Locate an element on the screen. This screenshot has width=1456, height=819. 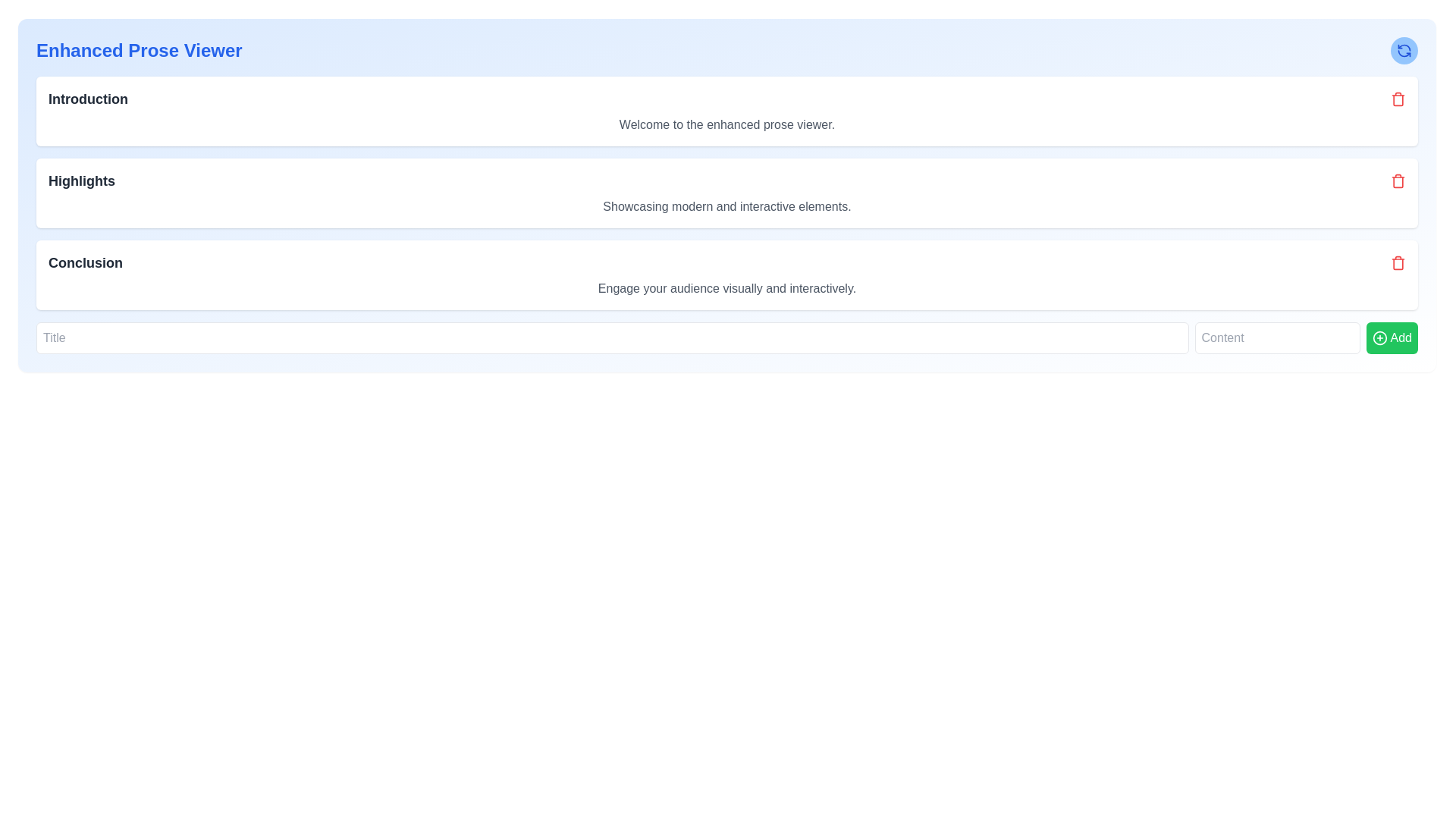
the heading text 'Enhanced Prose Viewer' which is bold, blue, and large, located at the top-left corner of the interface is located at coordinates (139, 49).